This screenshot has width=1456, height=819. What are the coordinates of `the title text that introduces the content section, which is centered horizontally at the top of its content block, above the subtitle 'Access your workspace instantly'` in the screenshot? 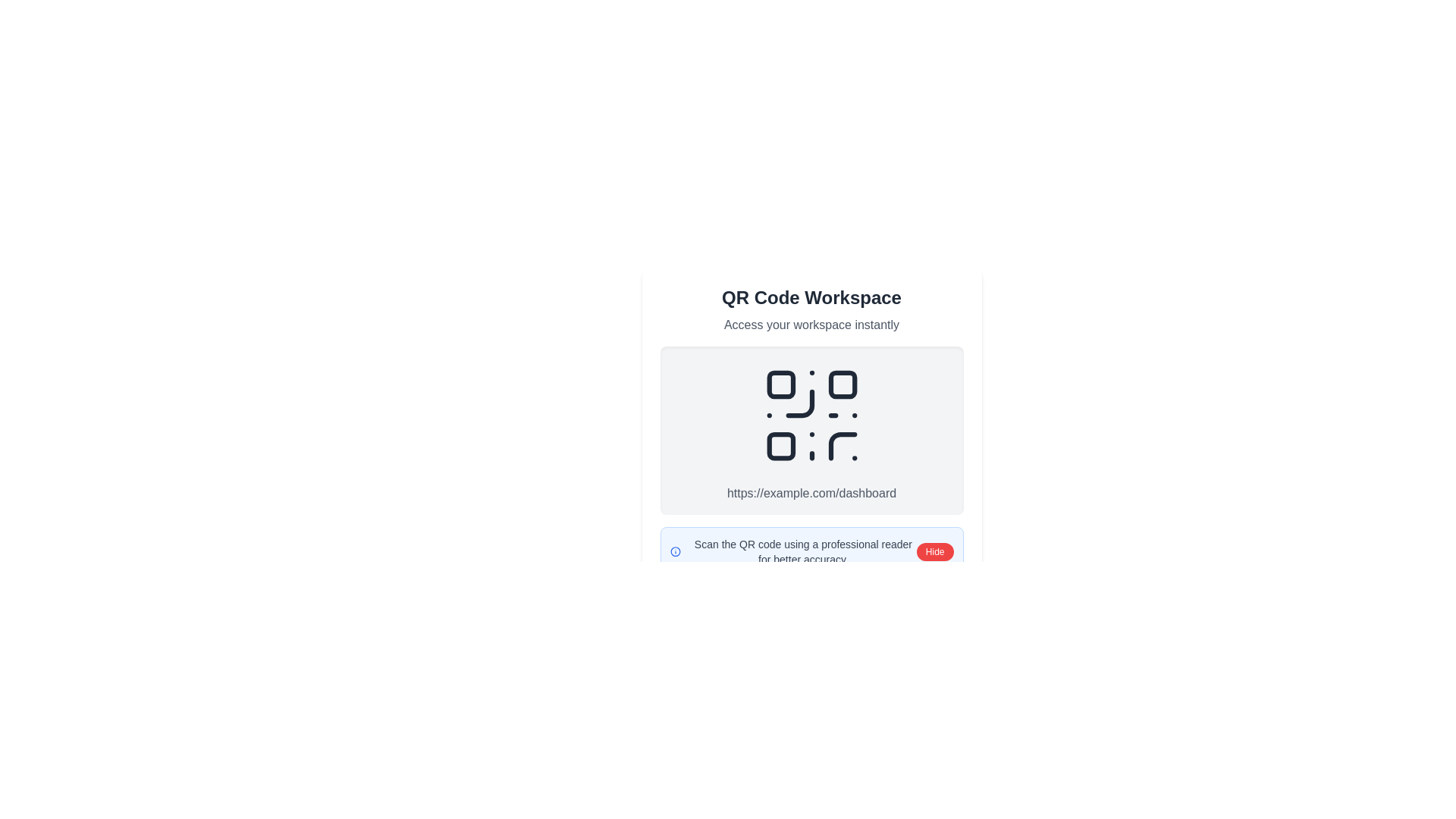 It's located at (811, 298).